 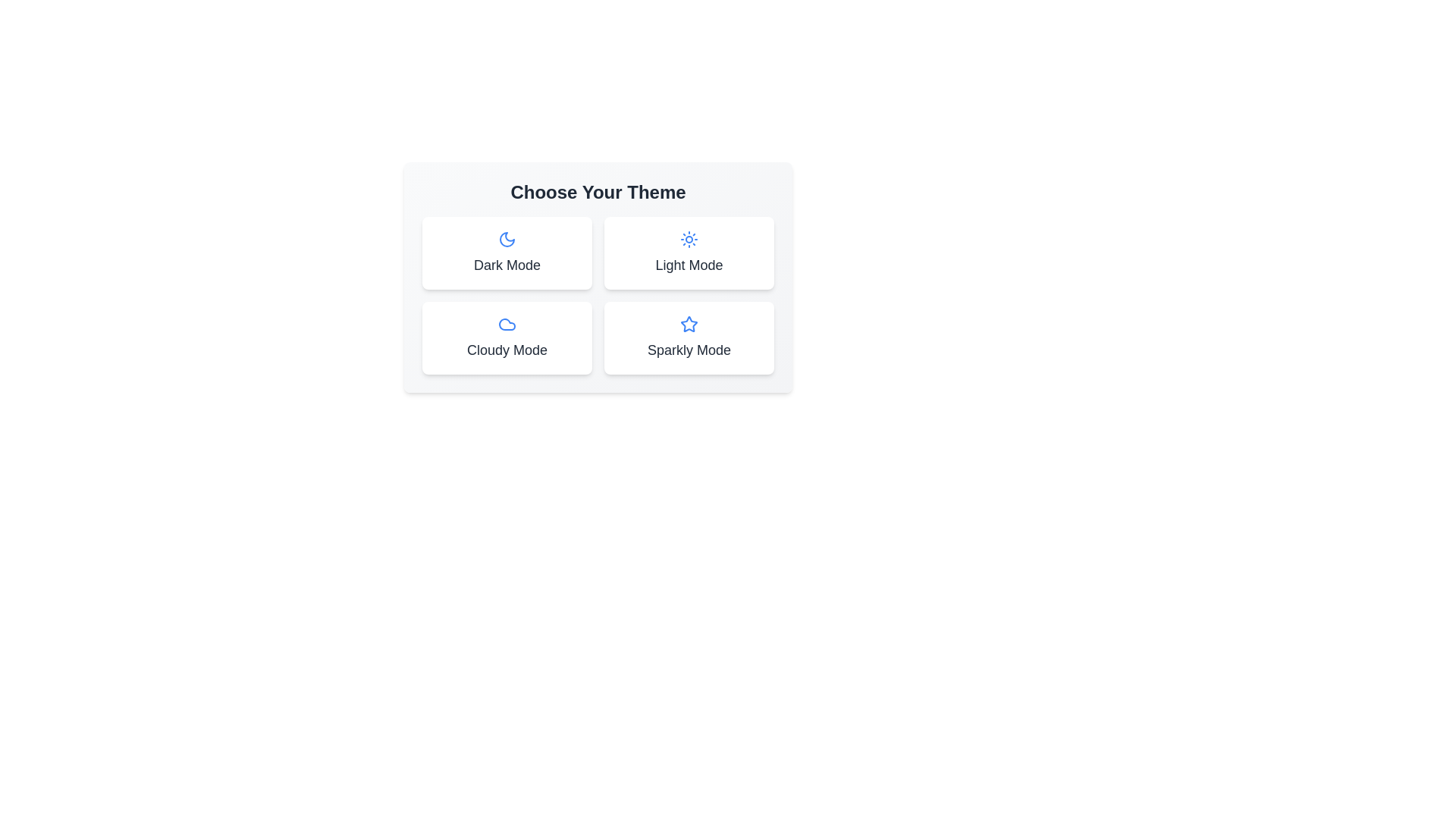 What do you see at coordinates (507, 324) in the screenshot?
I see `the 'Cloudy Mode' icon in the theme selection menu, which is the central visual element of the button located in the bottom-left quadrant of the theme options` at bounding box center [507, 324].